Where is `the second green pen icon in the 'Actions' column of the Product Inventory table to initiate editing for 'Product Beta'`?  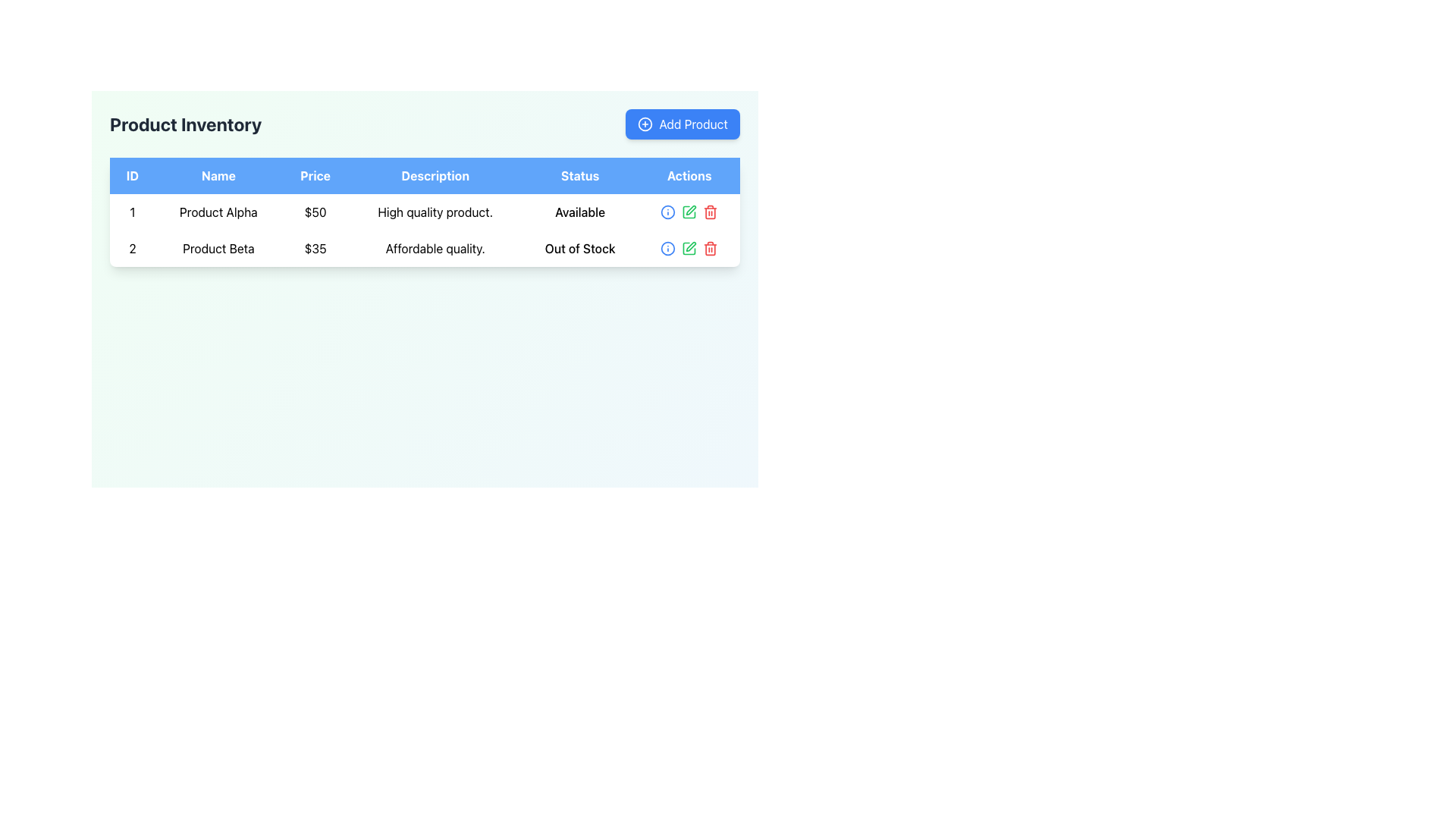
the second green pen icon in the 'Actions' column of the Product Inventory table to initiate editing for 'Product Beta' is located at coordinates (689, 247).